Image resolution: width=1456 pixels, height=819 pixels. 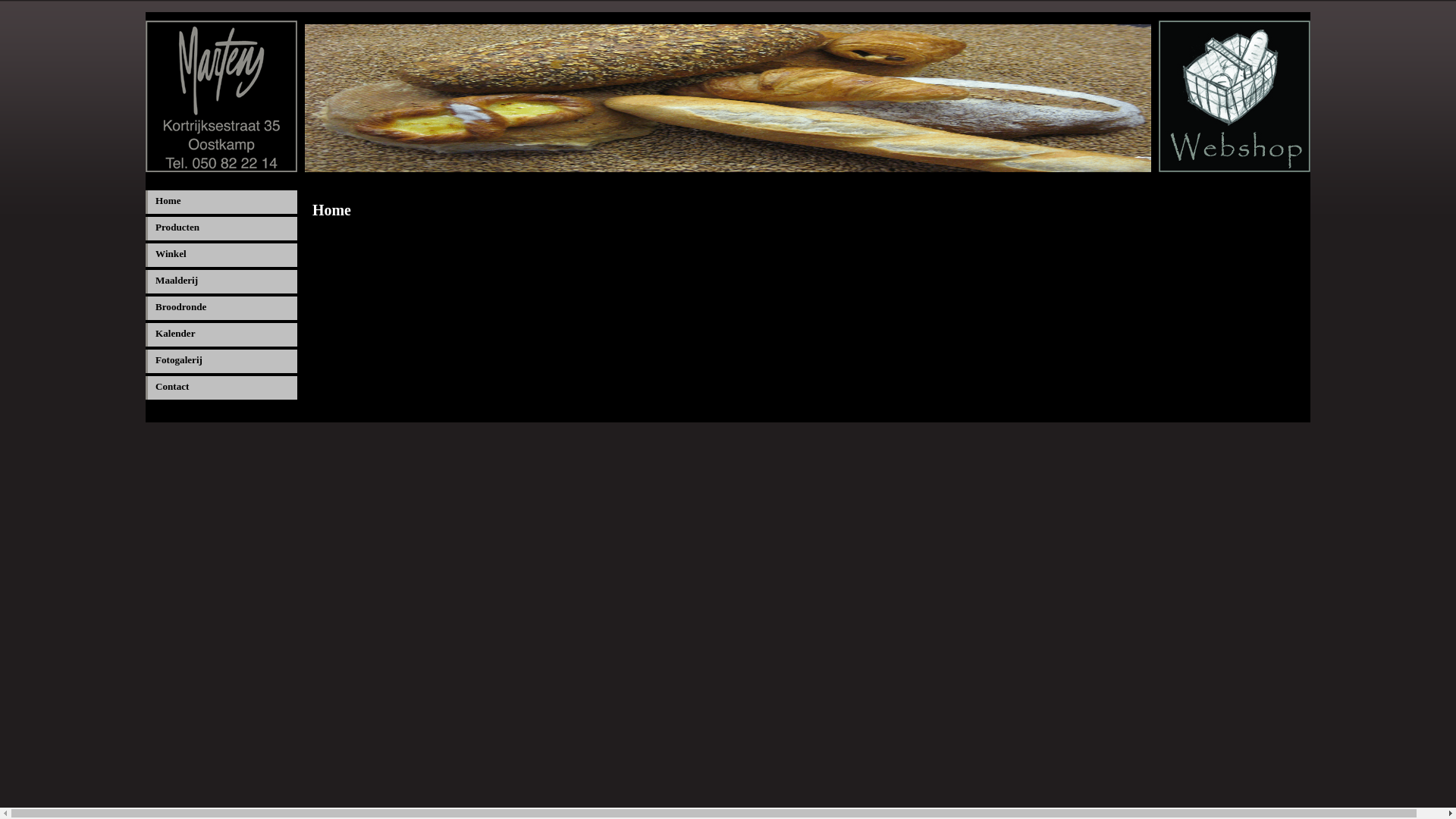 What do you see at coordinates (221, 361) in the screenshot?
I see `'Fotogalerij'` at bounding box center [221, 361].